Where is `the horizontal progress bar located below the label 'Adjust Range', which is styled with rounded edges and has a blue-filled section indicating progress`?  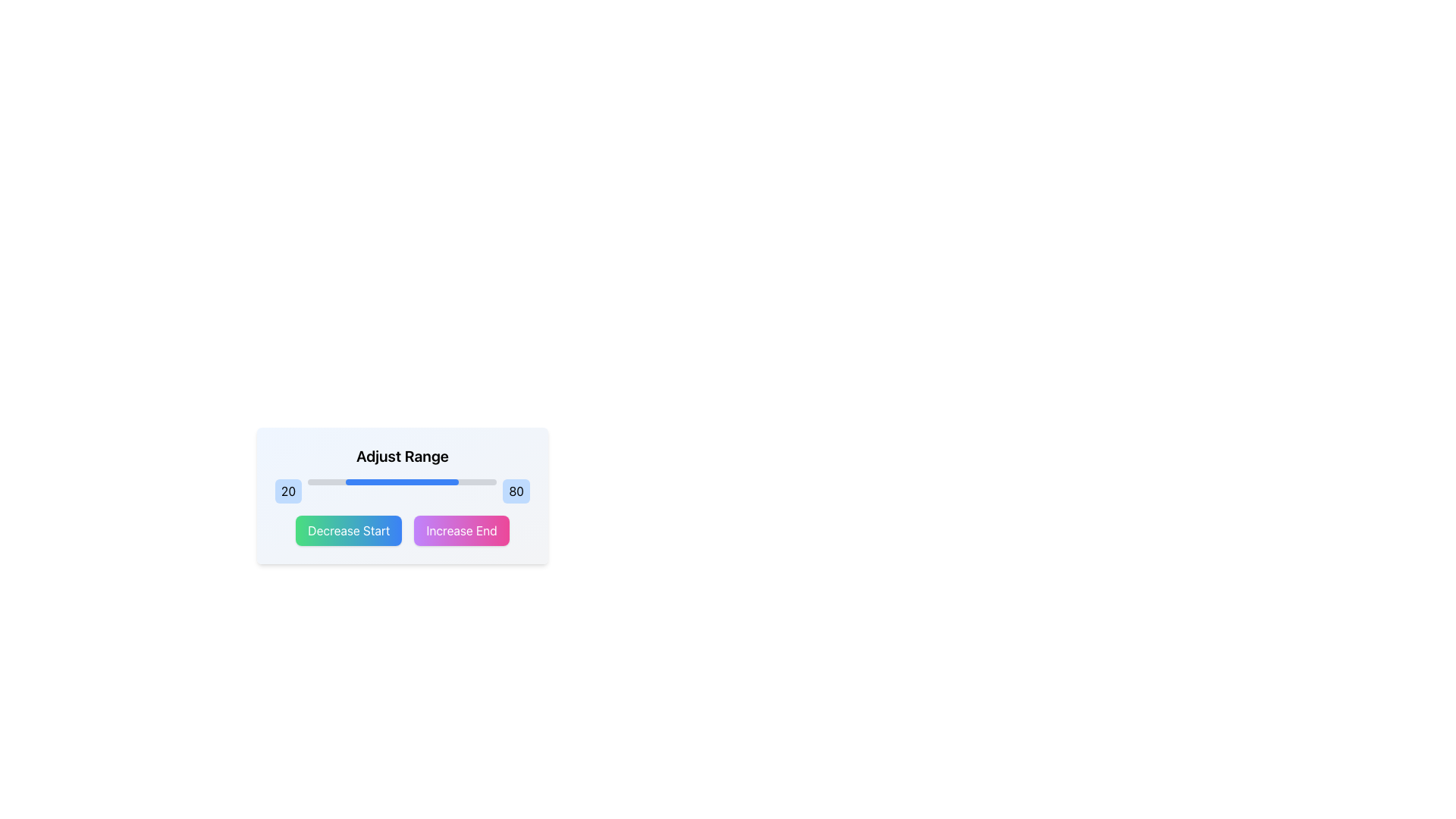
the horizontal progress bar located below the label 'Adjust Range', which is styled with rounded edges and has a blue-filled section indicating progress is located at coordinates (402, 482).